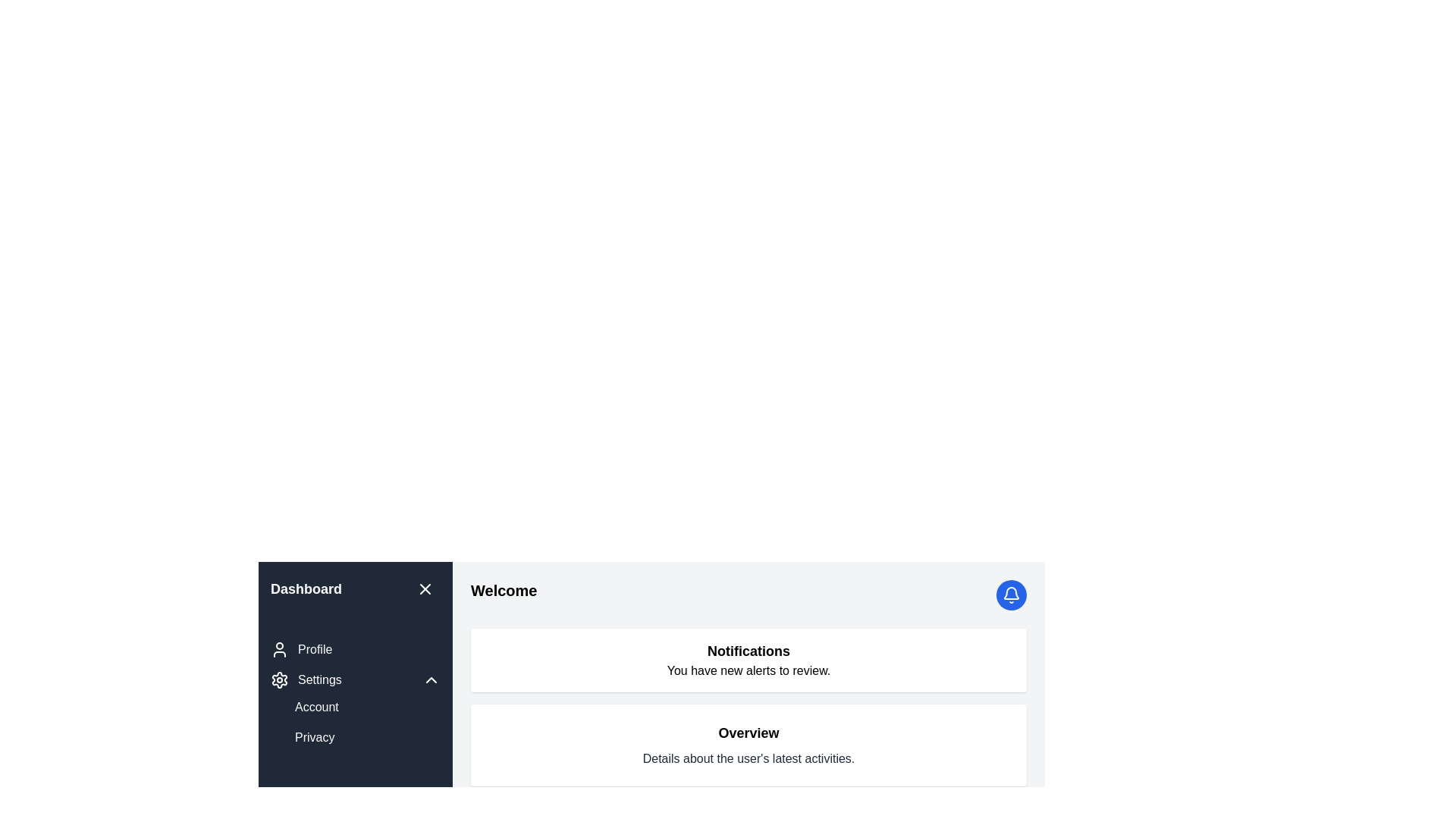 The image size is (1456, 819). What do you see at coordinates (748, 670) in the screenshot?
I see `the text label that says 'You have new alerts to review.', which is located below the 'Notifications' header in the dashboard` at bounding box center [748, 670].